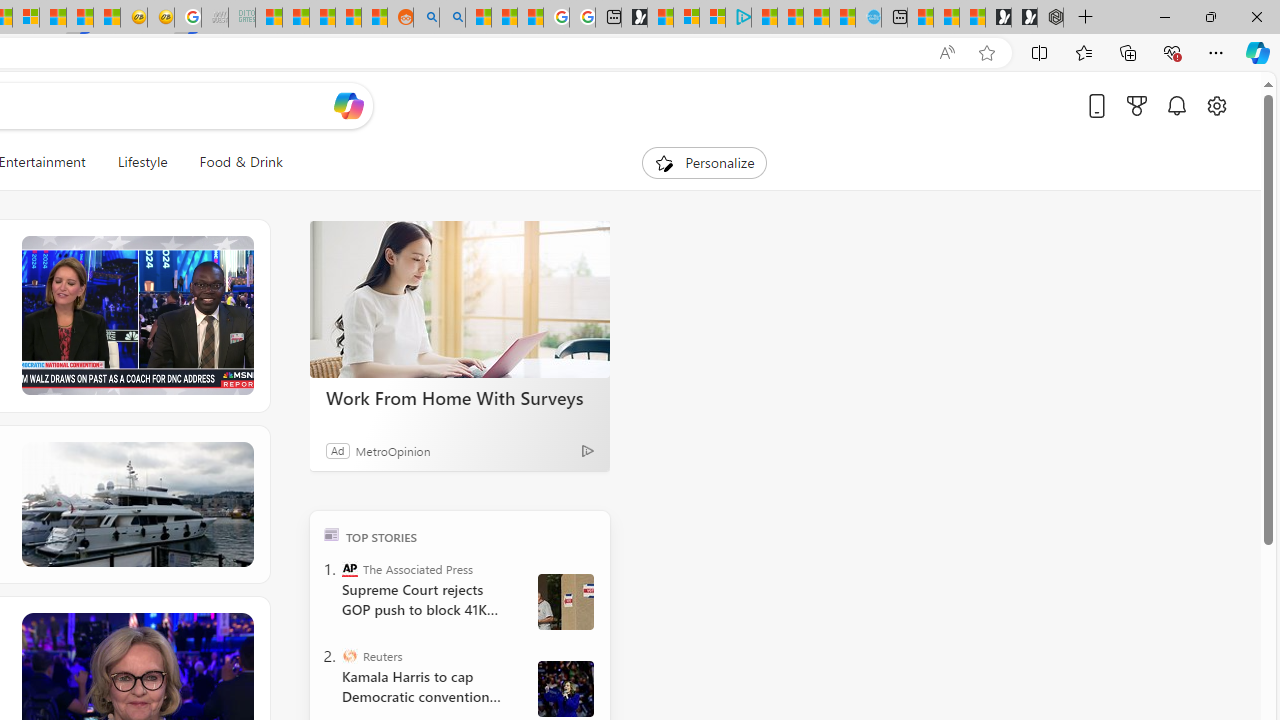 This screenshot has height=720, width=1280. What do you see at coordinates (350, 568) in the screenshot?
I see `'The Associated Press'` at bounding box center [350, 568].